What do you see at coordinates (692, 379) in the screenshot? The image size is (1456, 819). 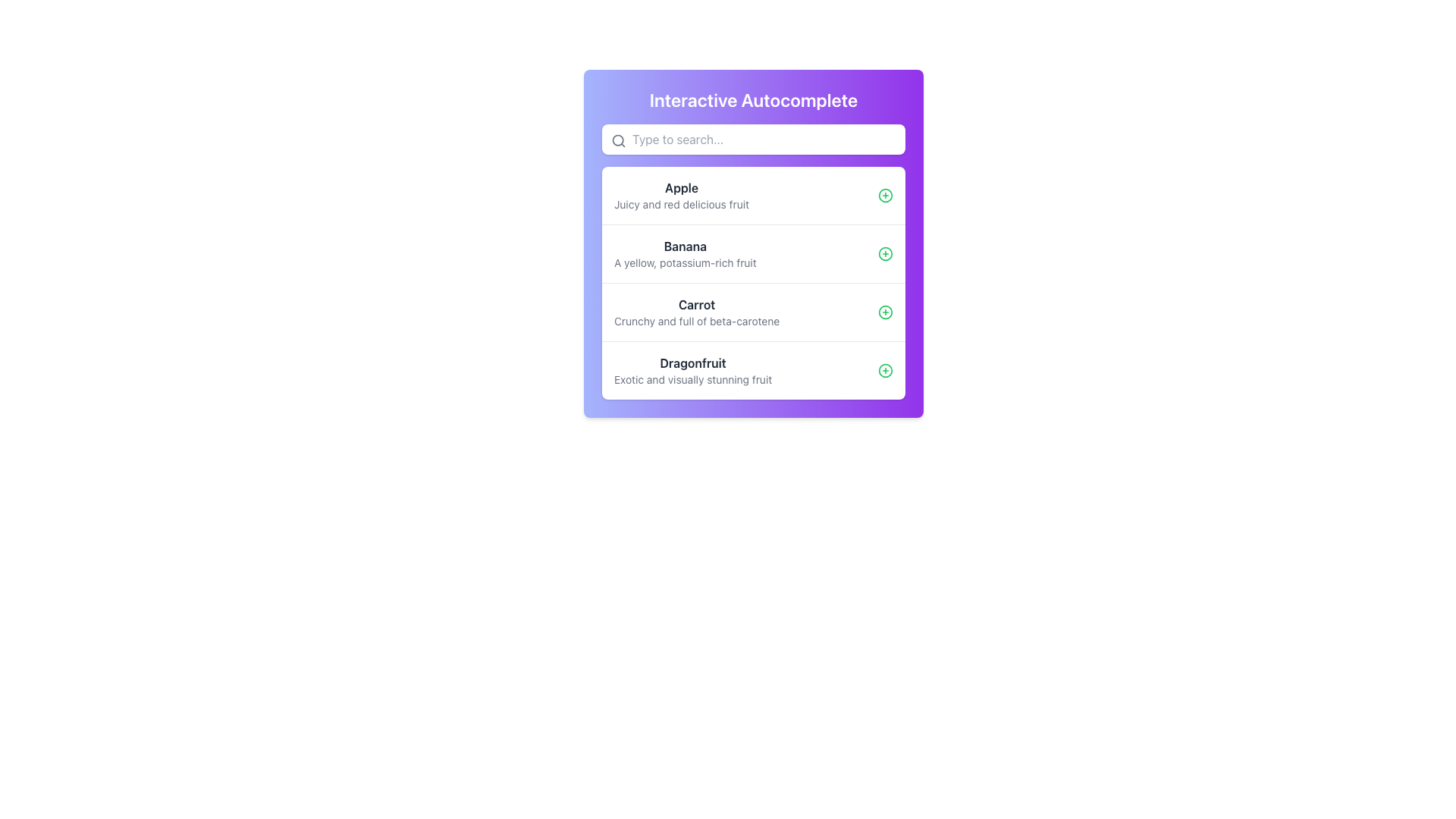 I see `the descriptive text label for the suggestion 'Dragonfruit' located in the fourth item of the vertically listed suggestion menu` at bounding box center [692, 379].